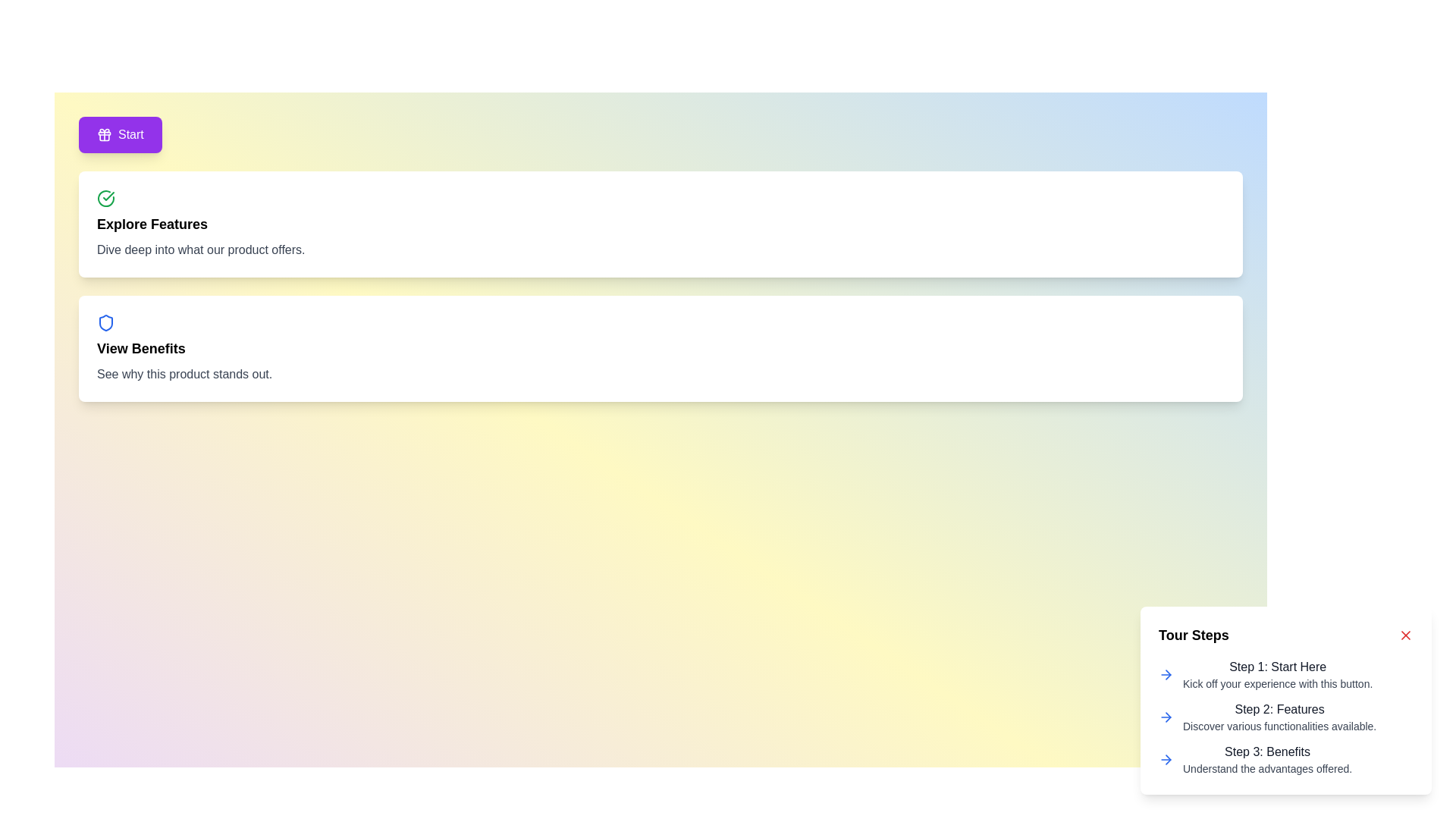  I want to click on text content of the label inside the purple button located in the top-left area of the interface, positioned to the right of a gift-shaped icon, so click(130, 133).